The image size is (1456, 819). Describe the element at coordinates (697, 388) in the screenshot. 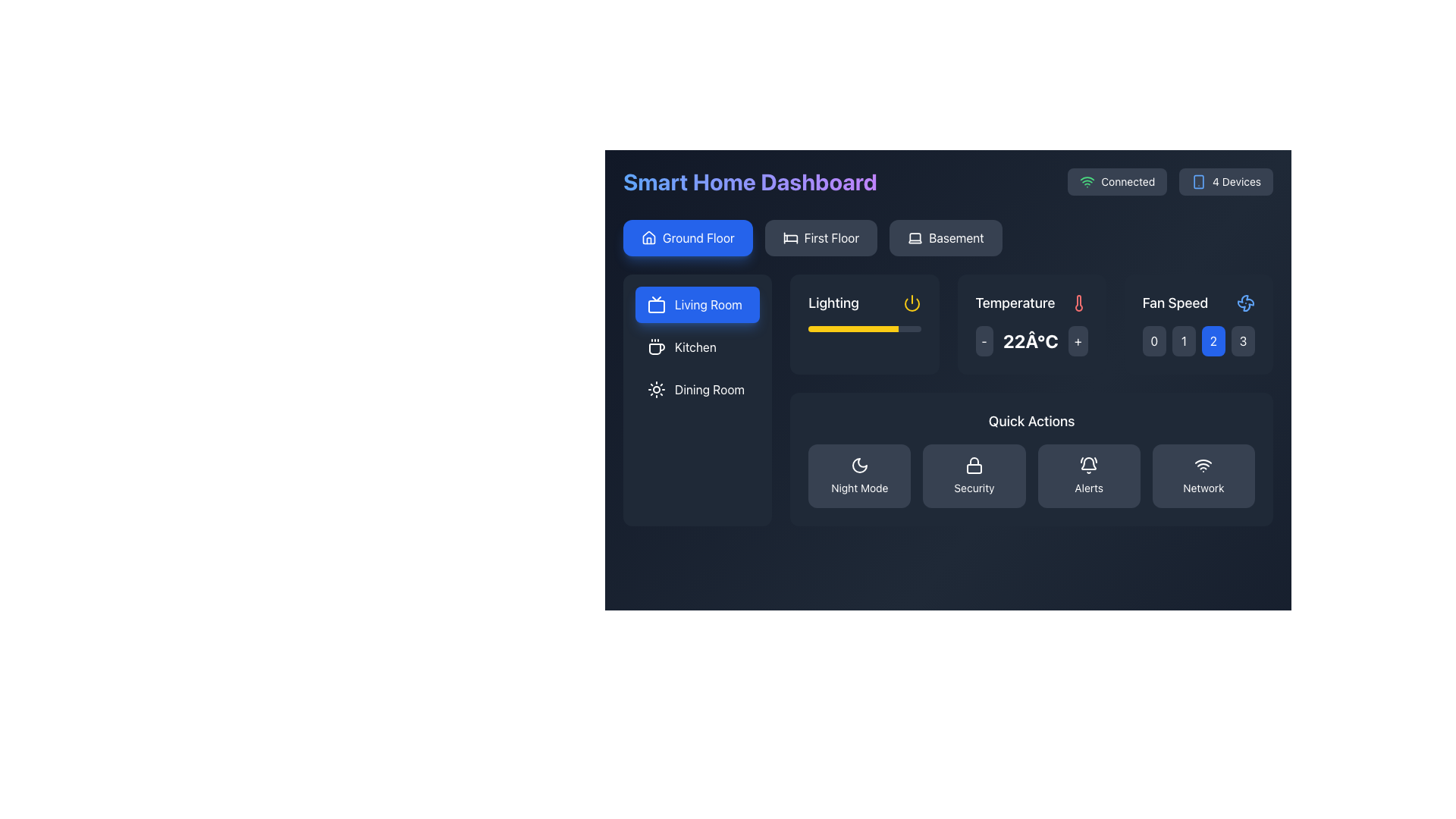

I see `the rectangular button labeled 'Dining Room' with a white sun icon, located below the 'Kitchen' button in the vertical list of buttons` at that location.